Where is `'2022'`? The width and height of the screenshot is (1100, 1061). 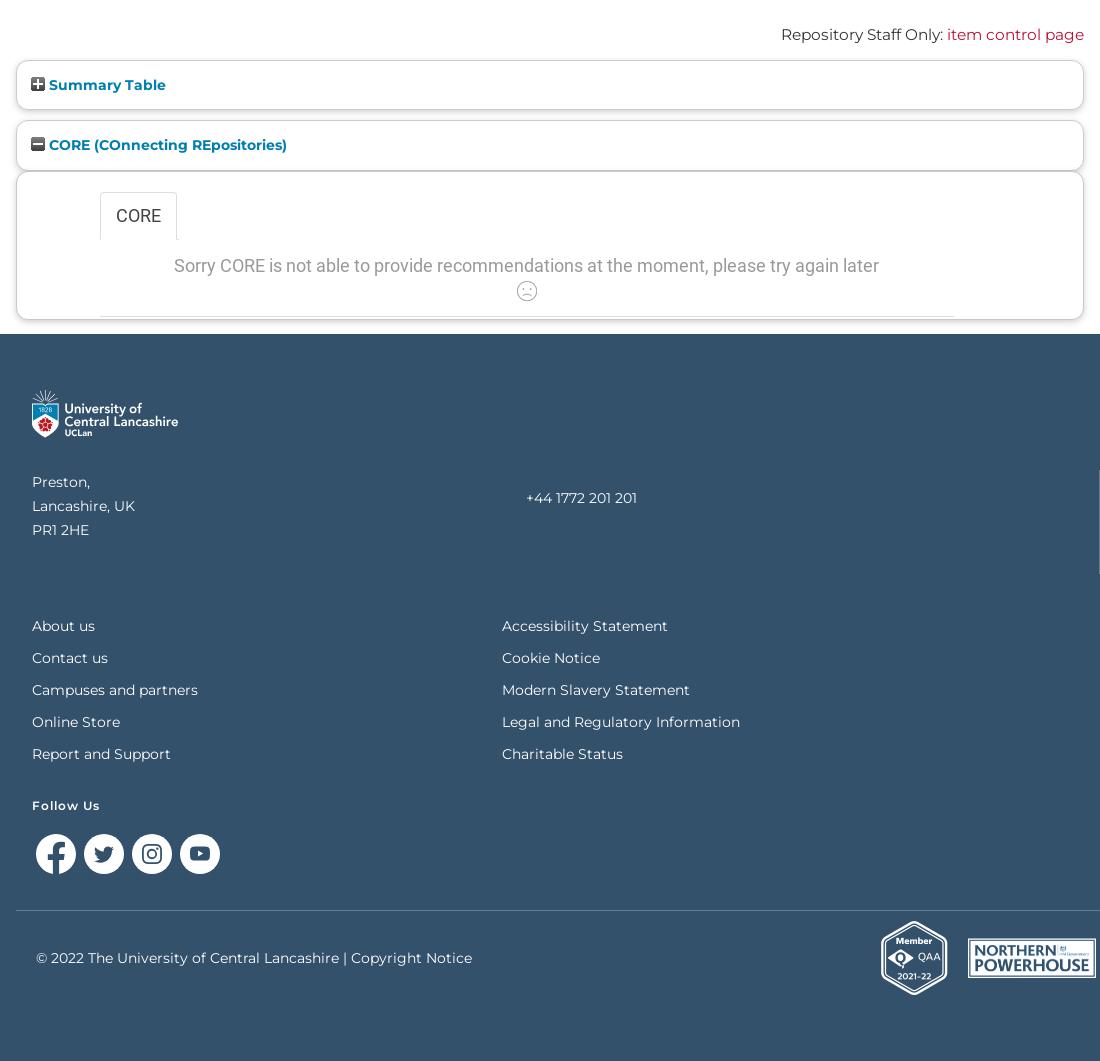 '2022' is located at coordinates (50, 956).